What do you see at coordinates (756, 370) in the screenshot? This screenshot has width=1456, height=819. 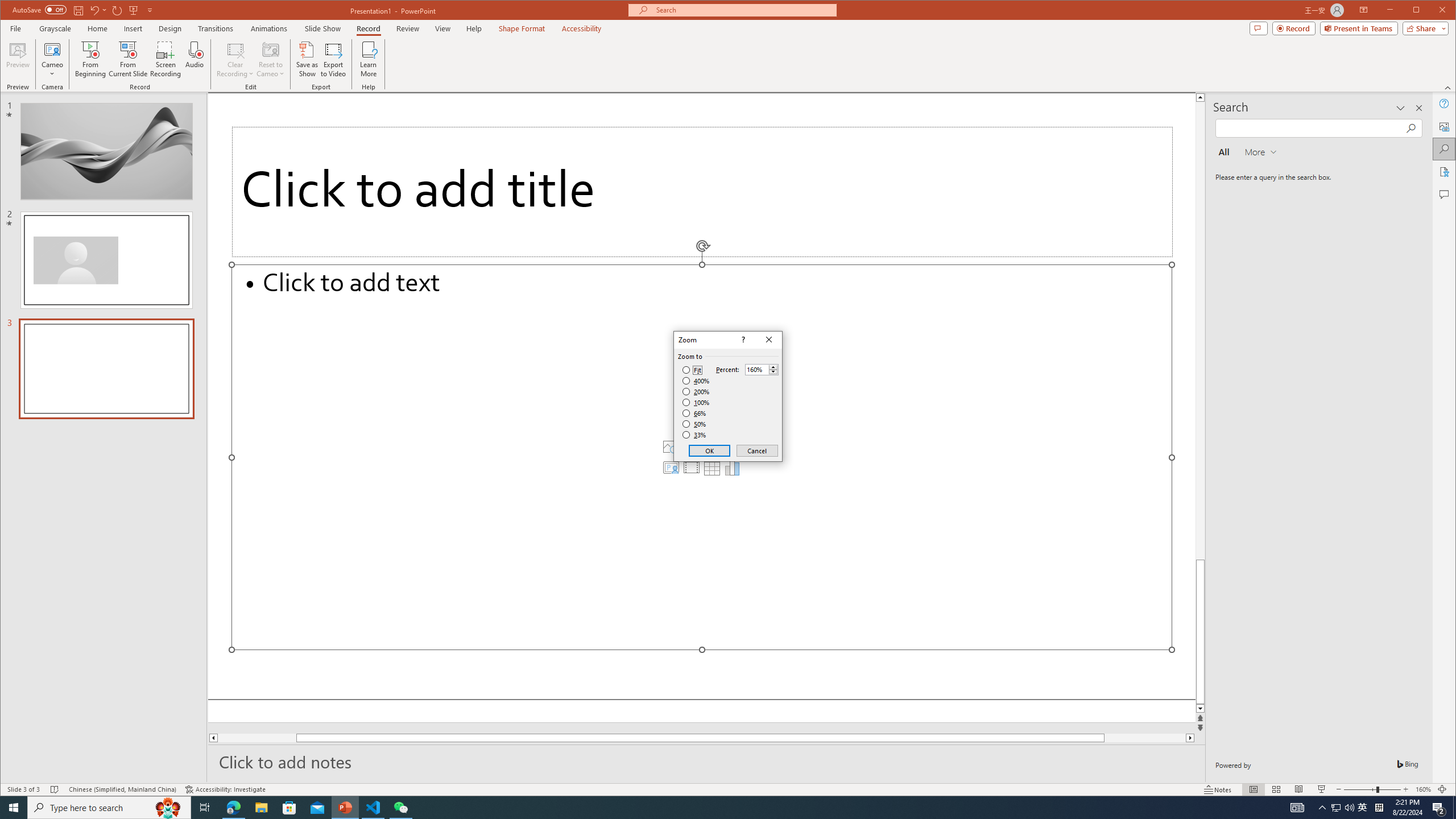 I see `'Percent'` at bounding box center [756, 370].